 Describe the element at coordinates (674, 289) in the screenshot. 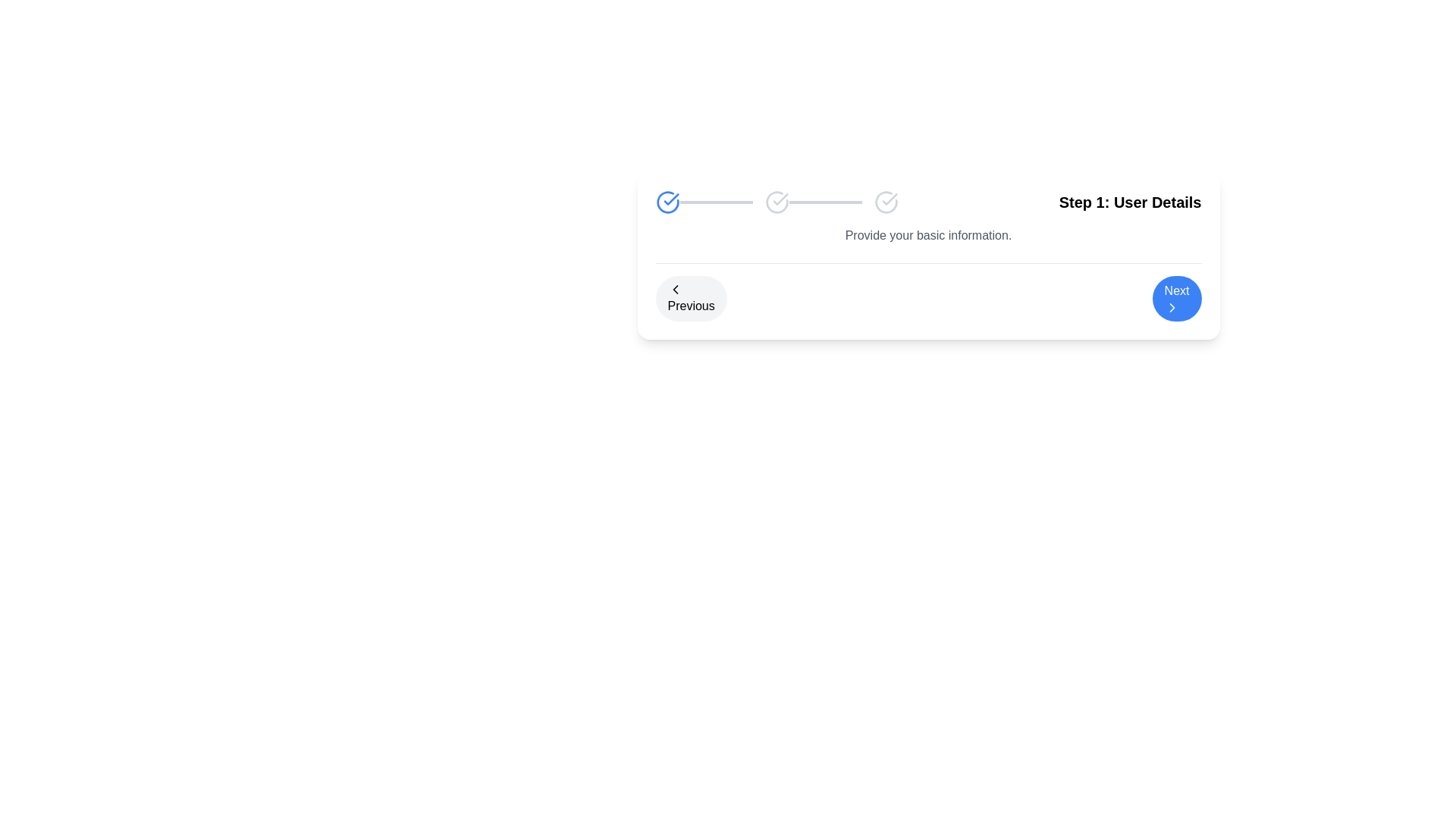

I see `the chevron-left icon located within the 'Previous' button at the bottom-left corner of the interface` at that location.